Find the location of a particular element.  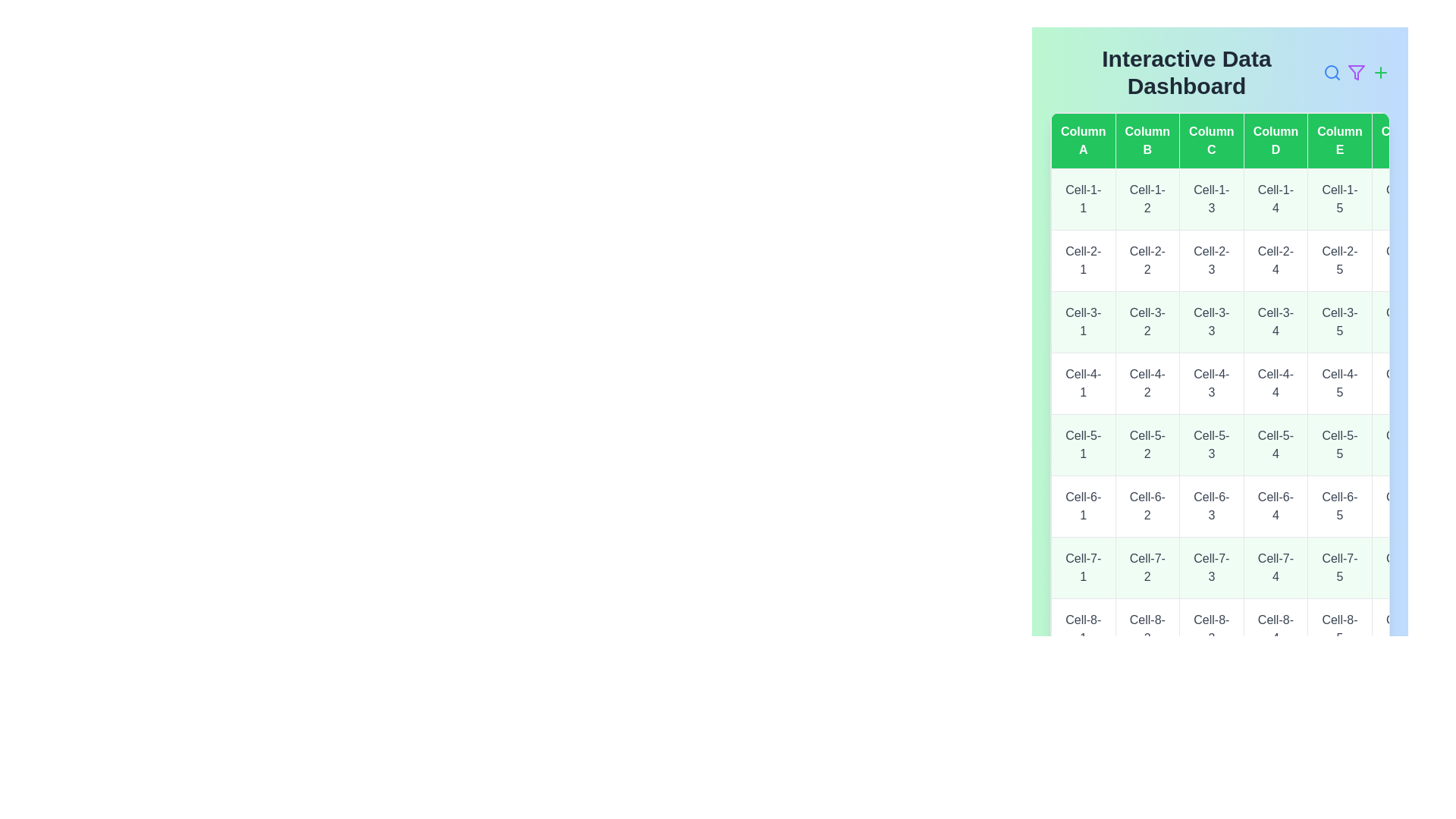

the search icon to initiate the search functionality is located at coordinates (1331, 73).